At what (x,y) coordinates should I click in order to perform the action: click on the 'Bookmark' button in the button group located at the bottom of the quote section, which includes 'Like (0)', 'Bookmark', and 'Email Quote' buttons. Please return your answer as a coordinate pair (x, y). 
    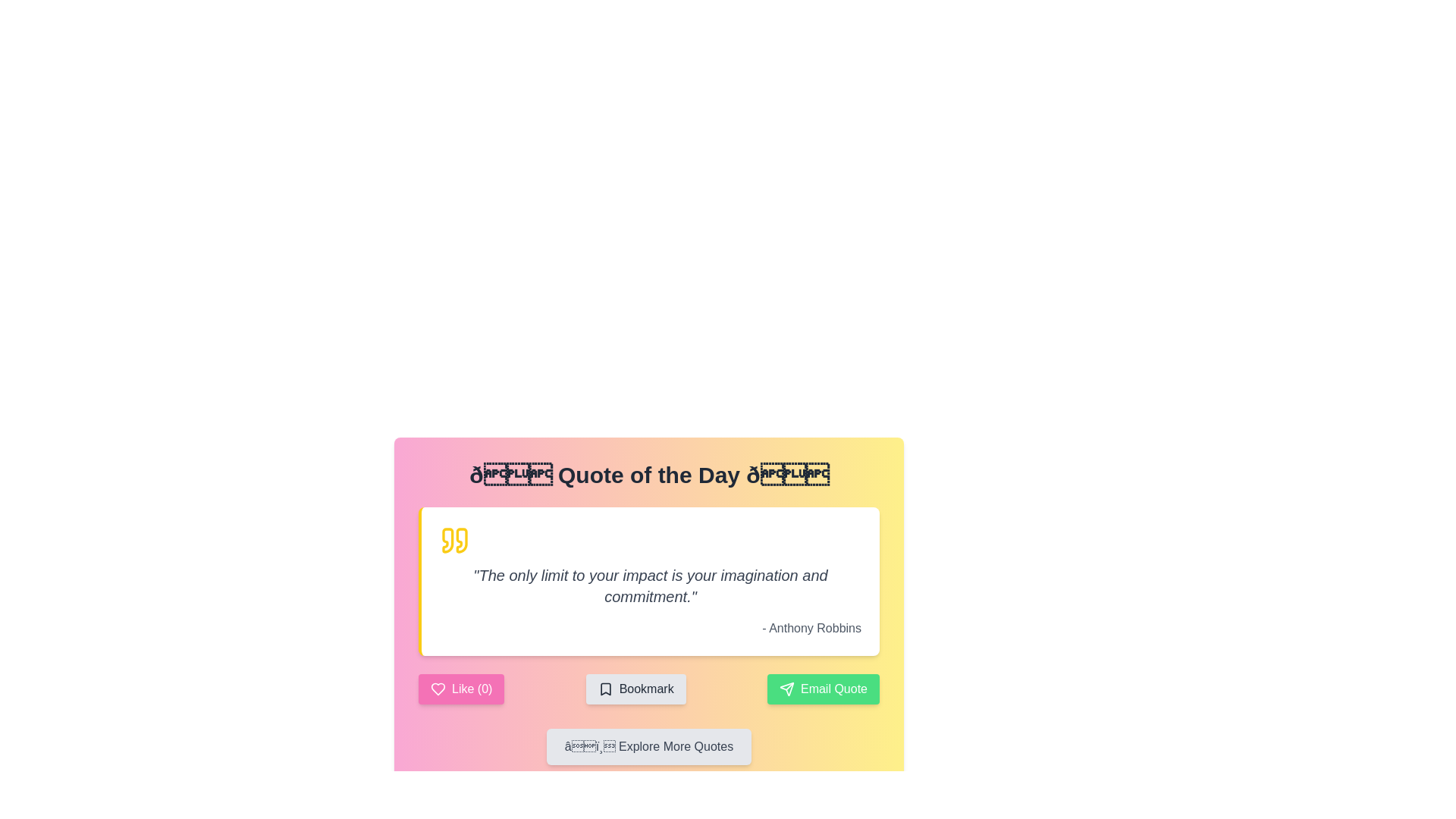
    Looking at the image, I should click on (648, 689).